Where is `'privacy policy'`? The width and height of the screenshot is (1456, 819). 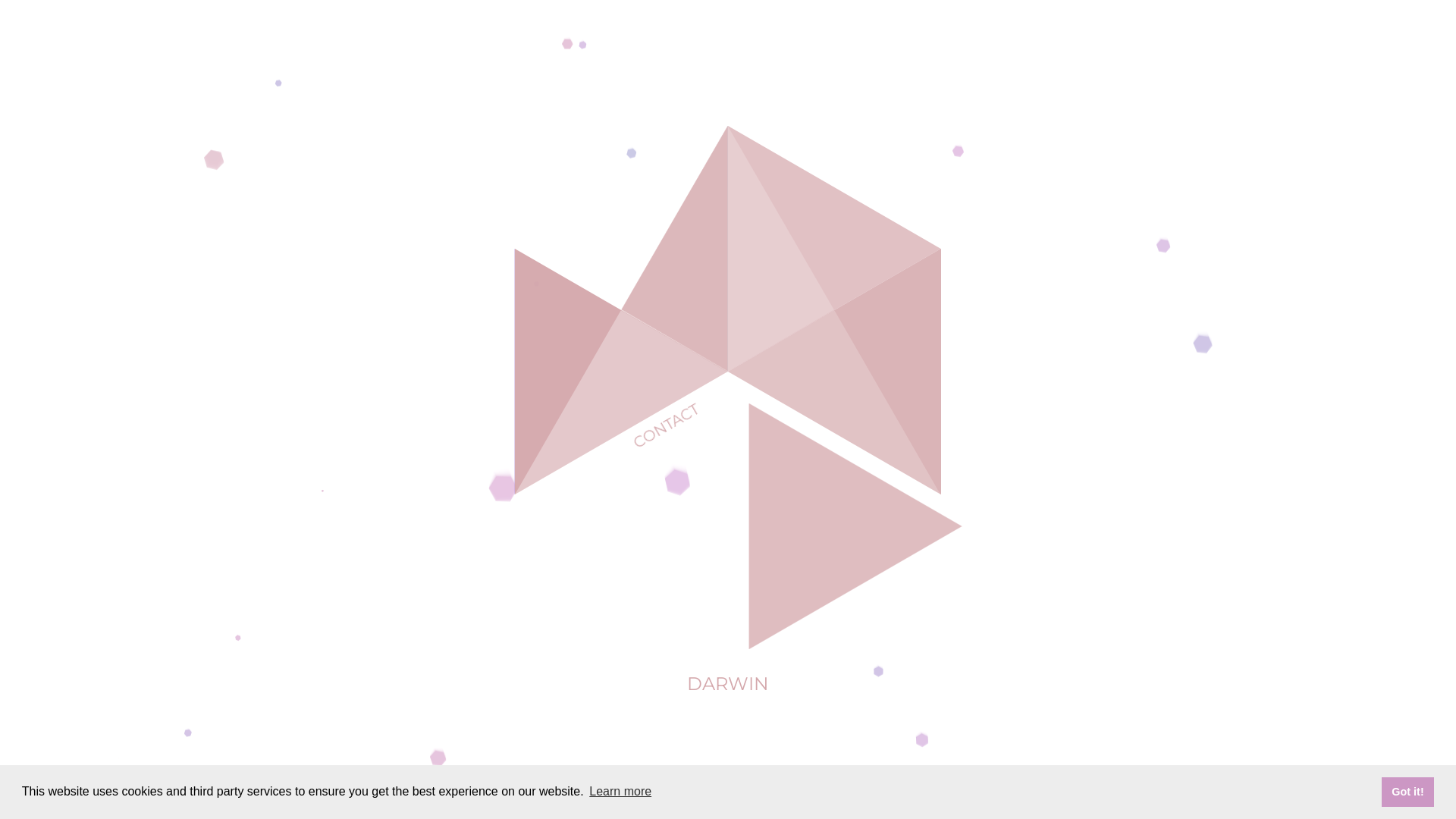
'privacy policy' is located at coordinates (725, 801).